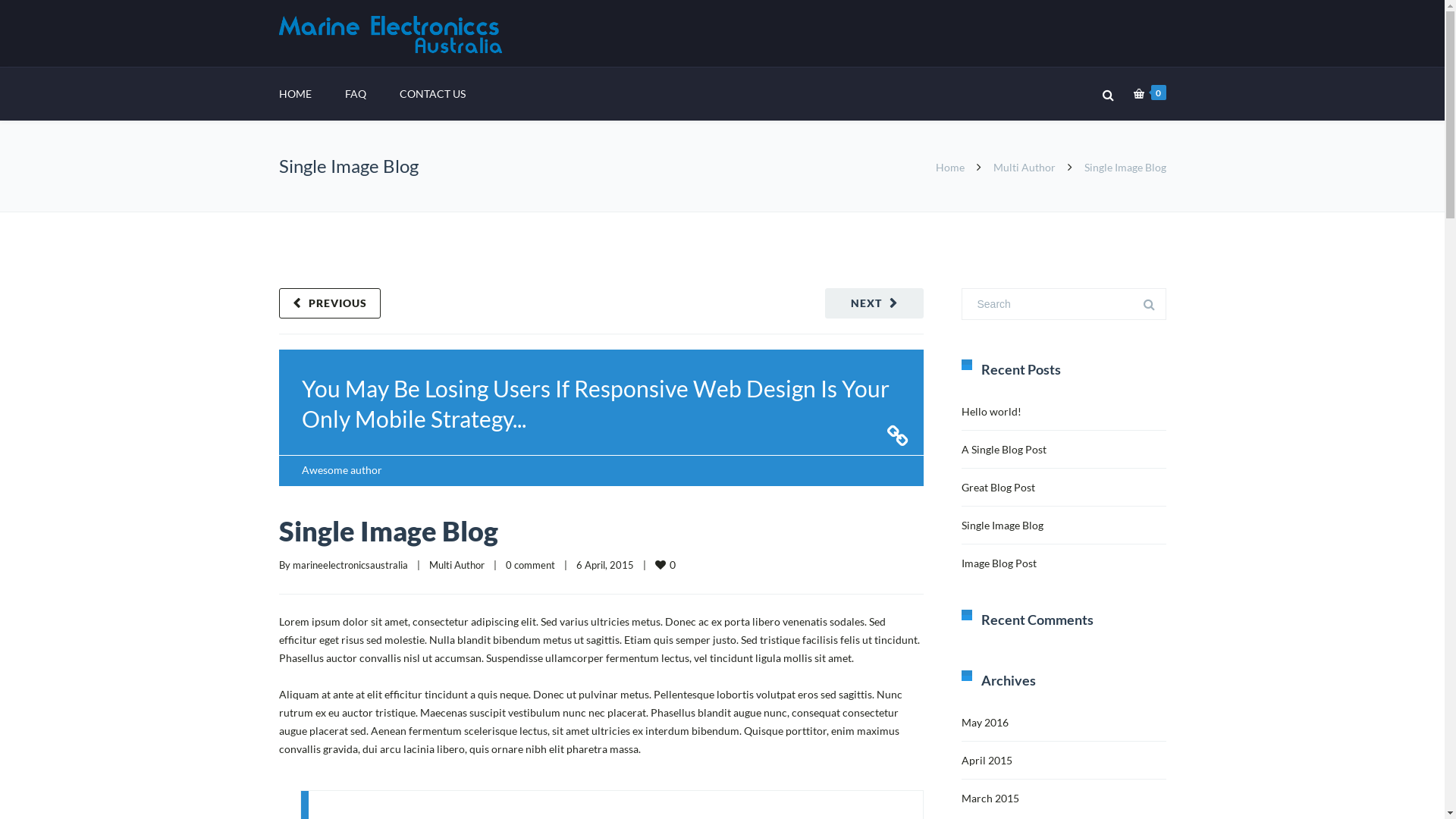  I want to click on 'PREVIOUS', so click(329, 303).